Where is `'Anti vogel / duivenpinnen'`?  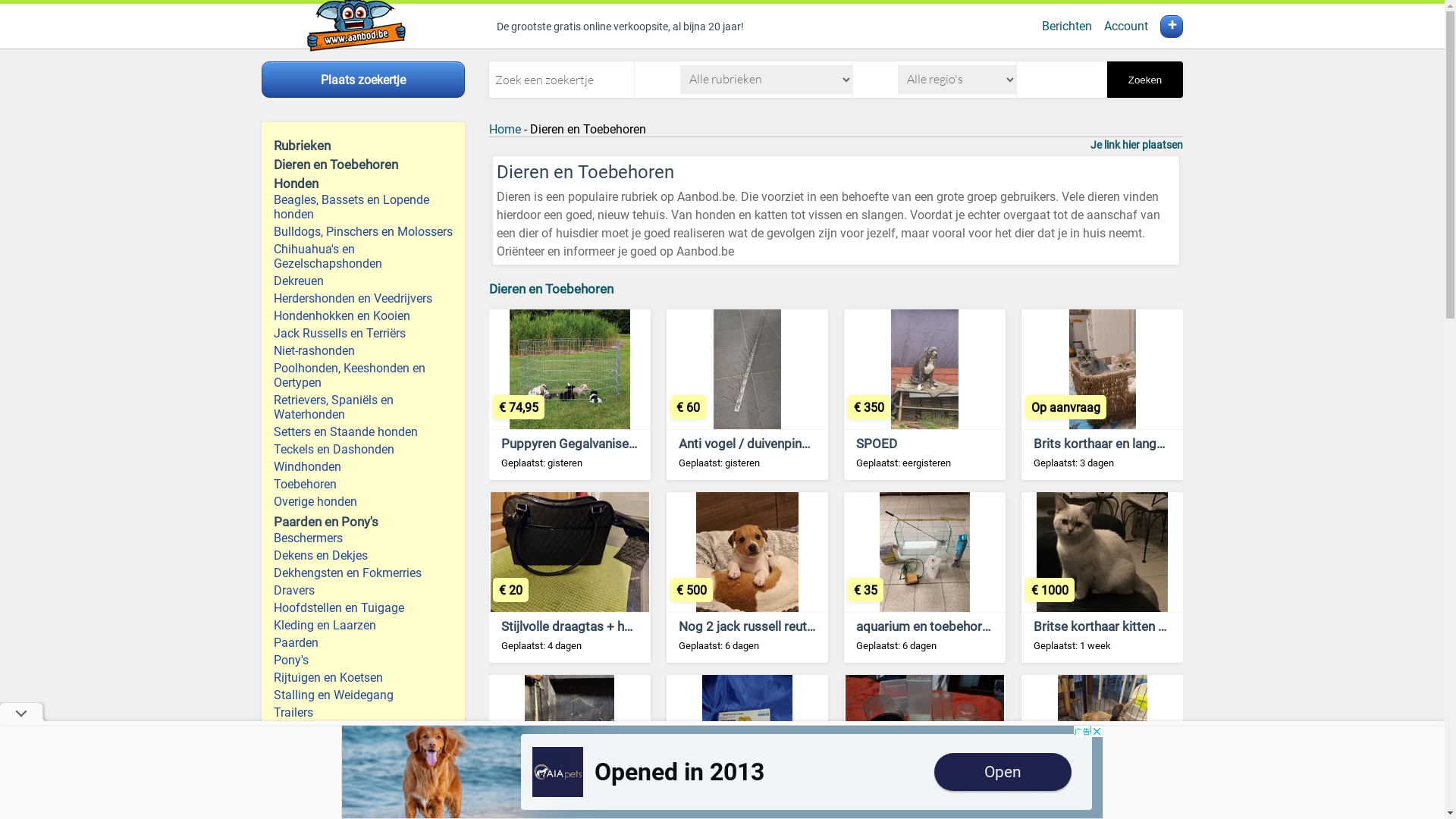 'Anti vogel / duivenpinnen' is located at coordinates (750, 442).